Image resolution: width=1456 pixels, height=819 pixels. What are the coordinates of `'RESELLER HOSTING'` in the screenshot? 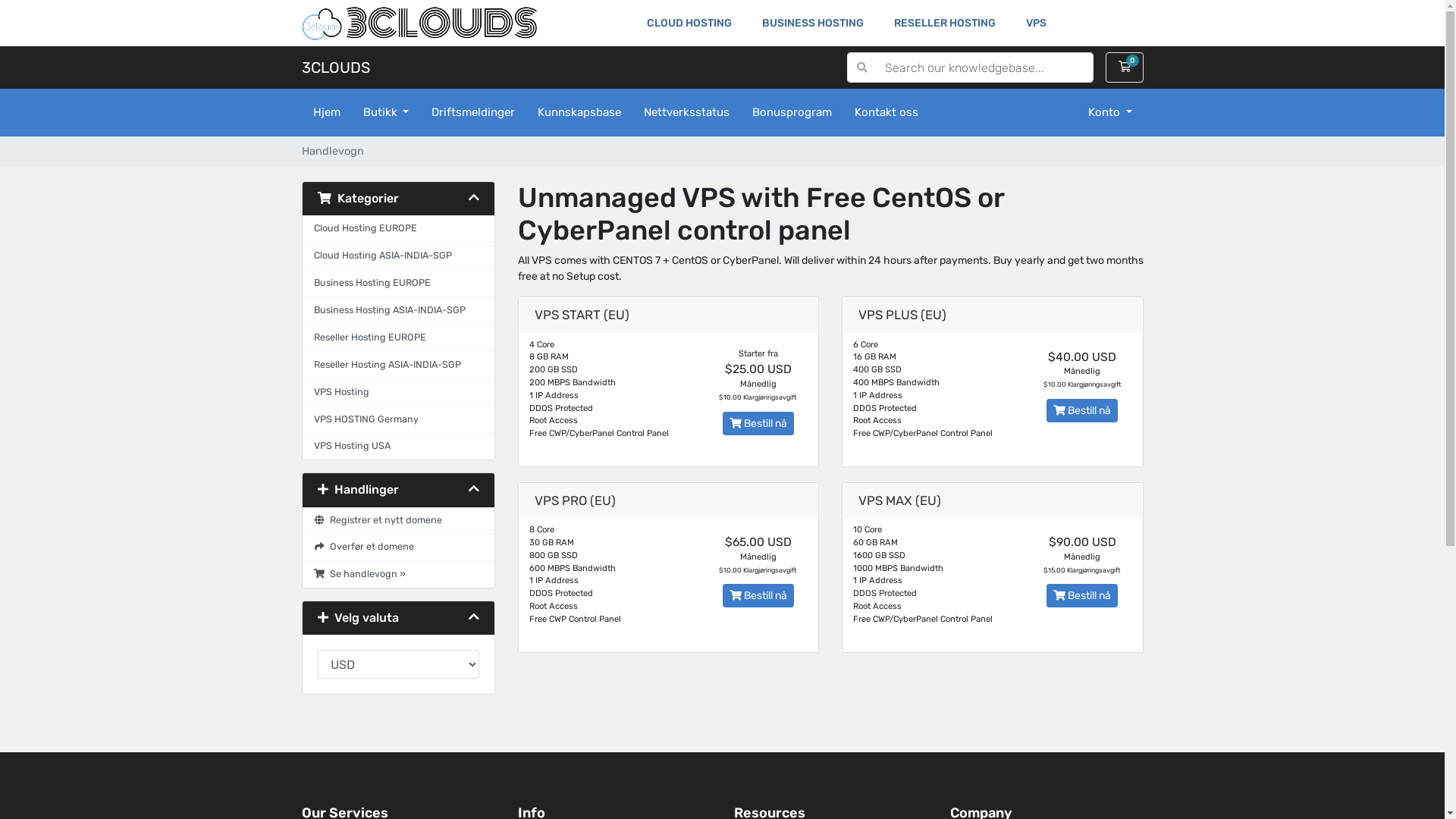 It's located at (944, 23).